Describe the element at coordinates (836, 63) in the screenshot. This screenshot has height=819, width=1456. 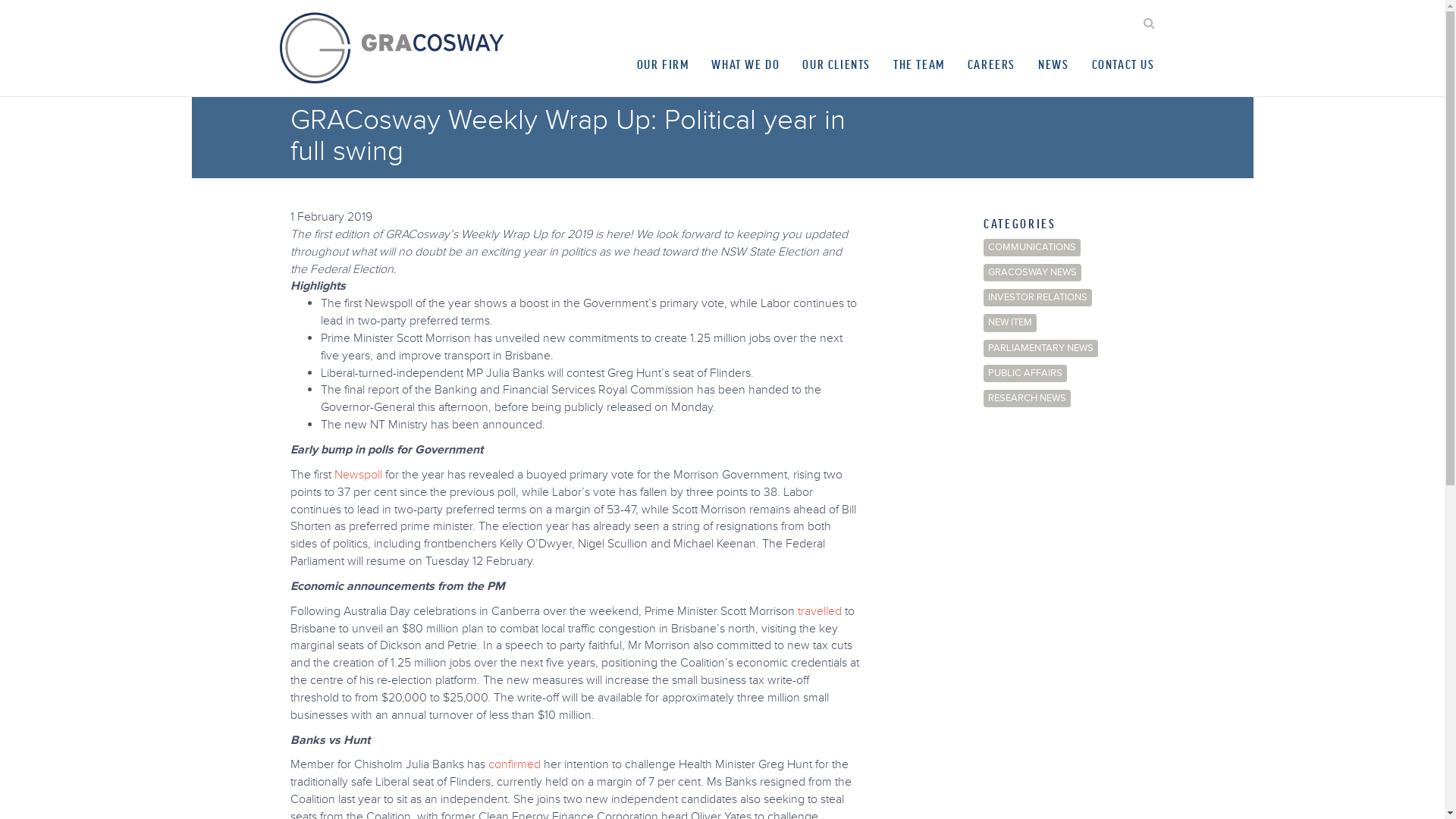
I see `'OUR CLIENTS'` at that location.